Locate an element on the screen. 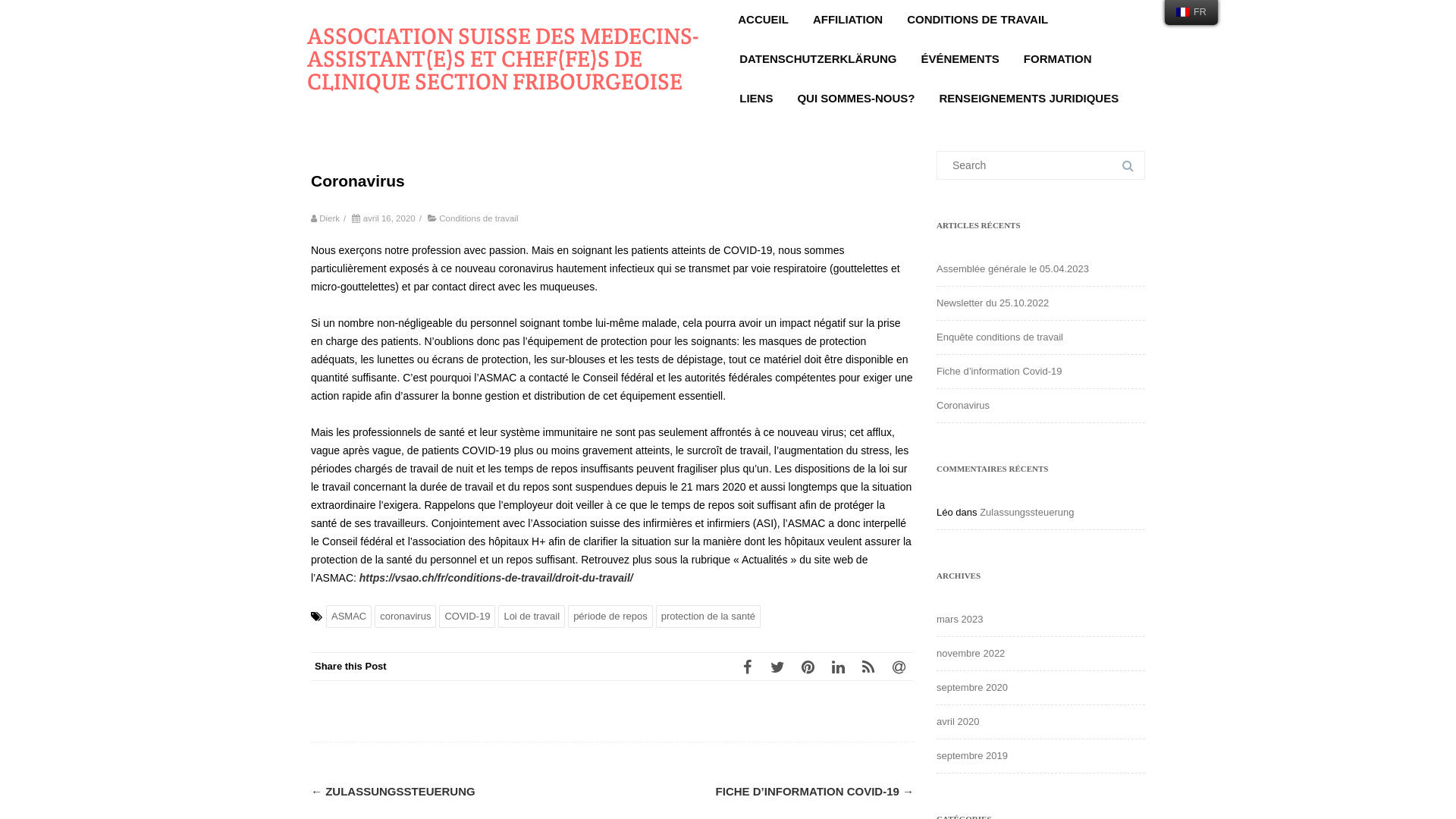 The width and height of the screenshot is (1456, 819). 'RSS' is located at coordinates (868, 666).